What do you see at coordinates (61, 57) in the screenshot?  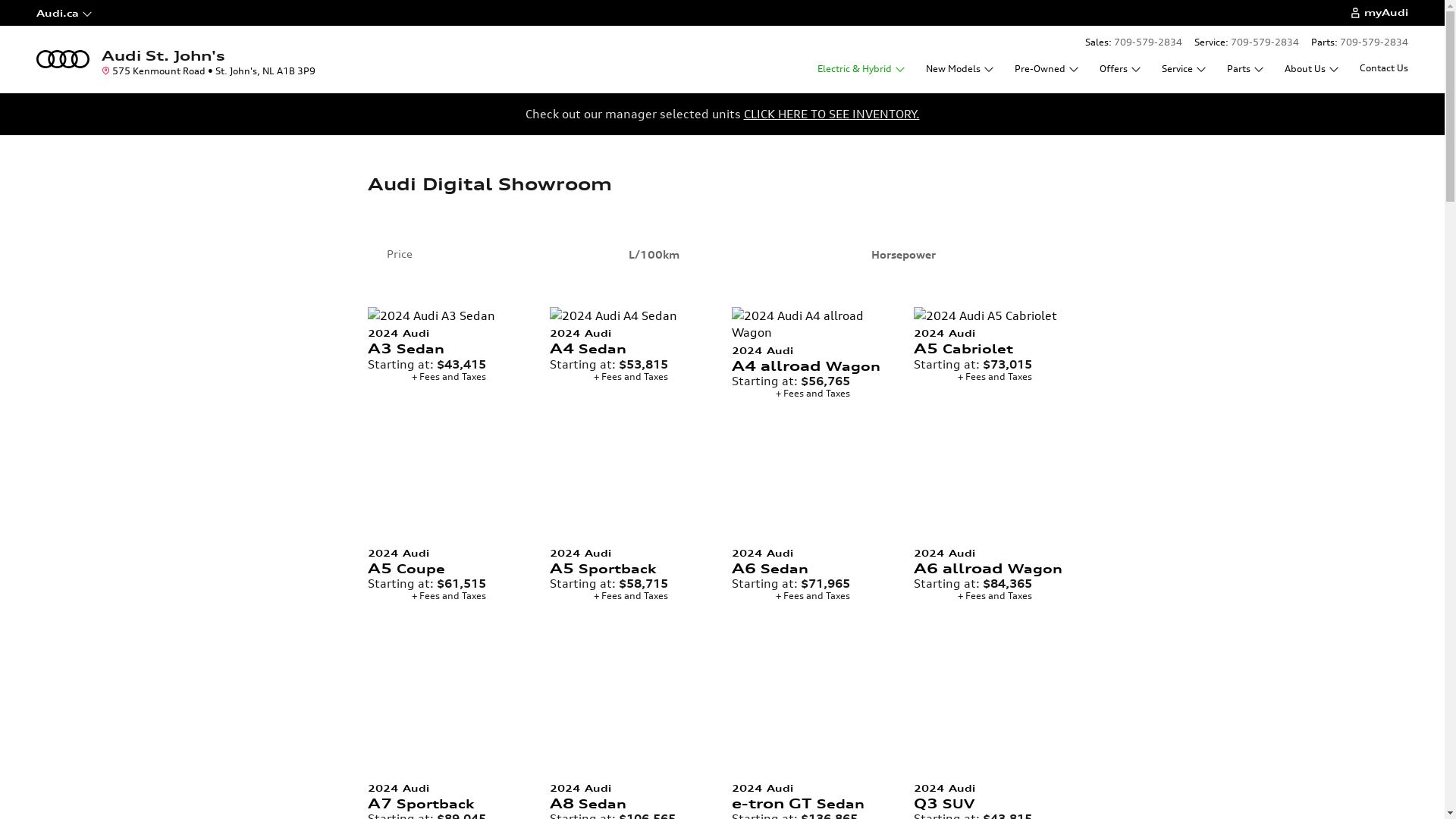 I see `'Home'` at bounding box center [61, 57].